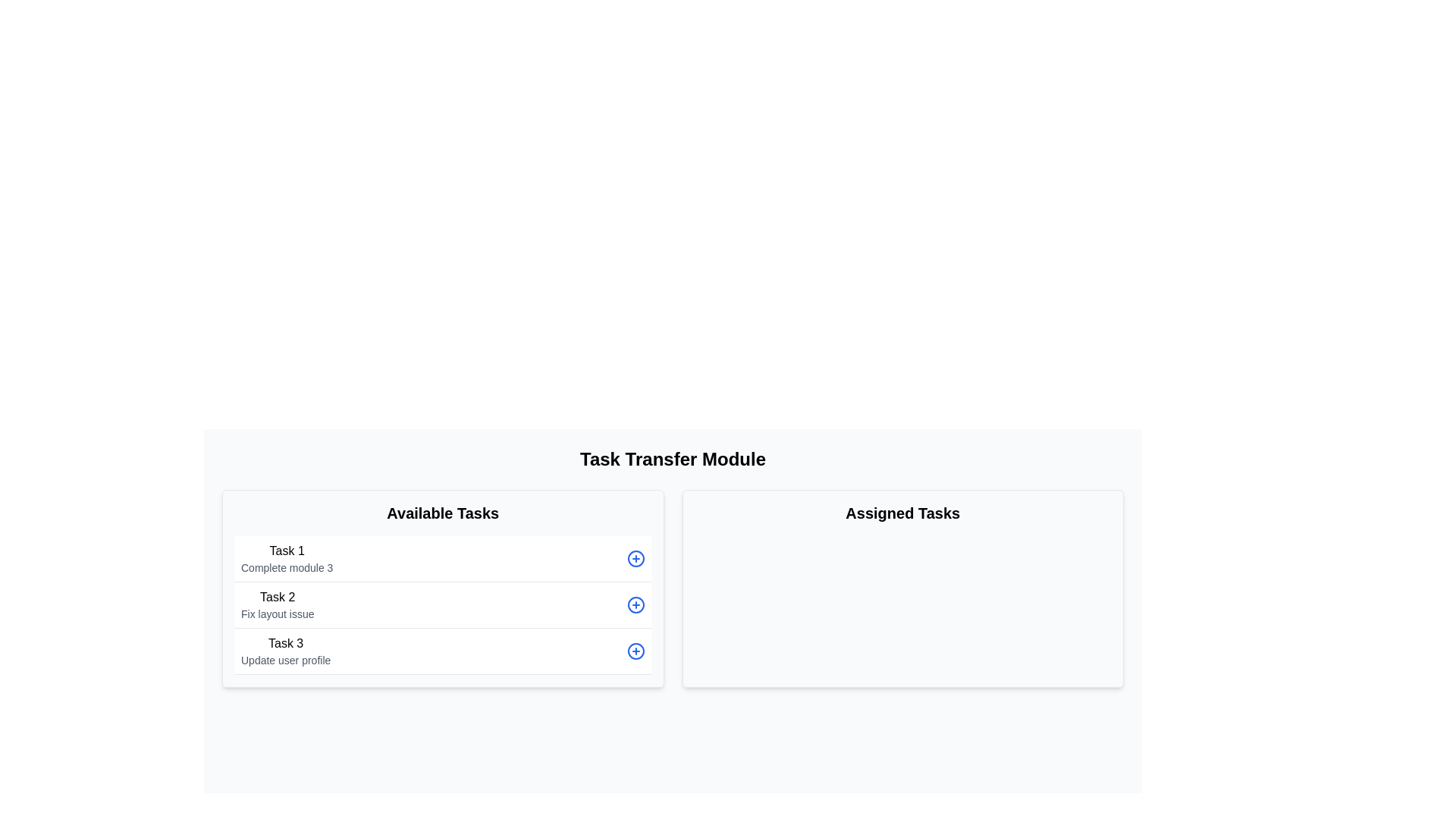  What do you see at coordinates (635, 651) in the screenshot?
I see `the button located to the far-right of the task 'Task 3'` at bounding box center [635, 651].